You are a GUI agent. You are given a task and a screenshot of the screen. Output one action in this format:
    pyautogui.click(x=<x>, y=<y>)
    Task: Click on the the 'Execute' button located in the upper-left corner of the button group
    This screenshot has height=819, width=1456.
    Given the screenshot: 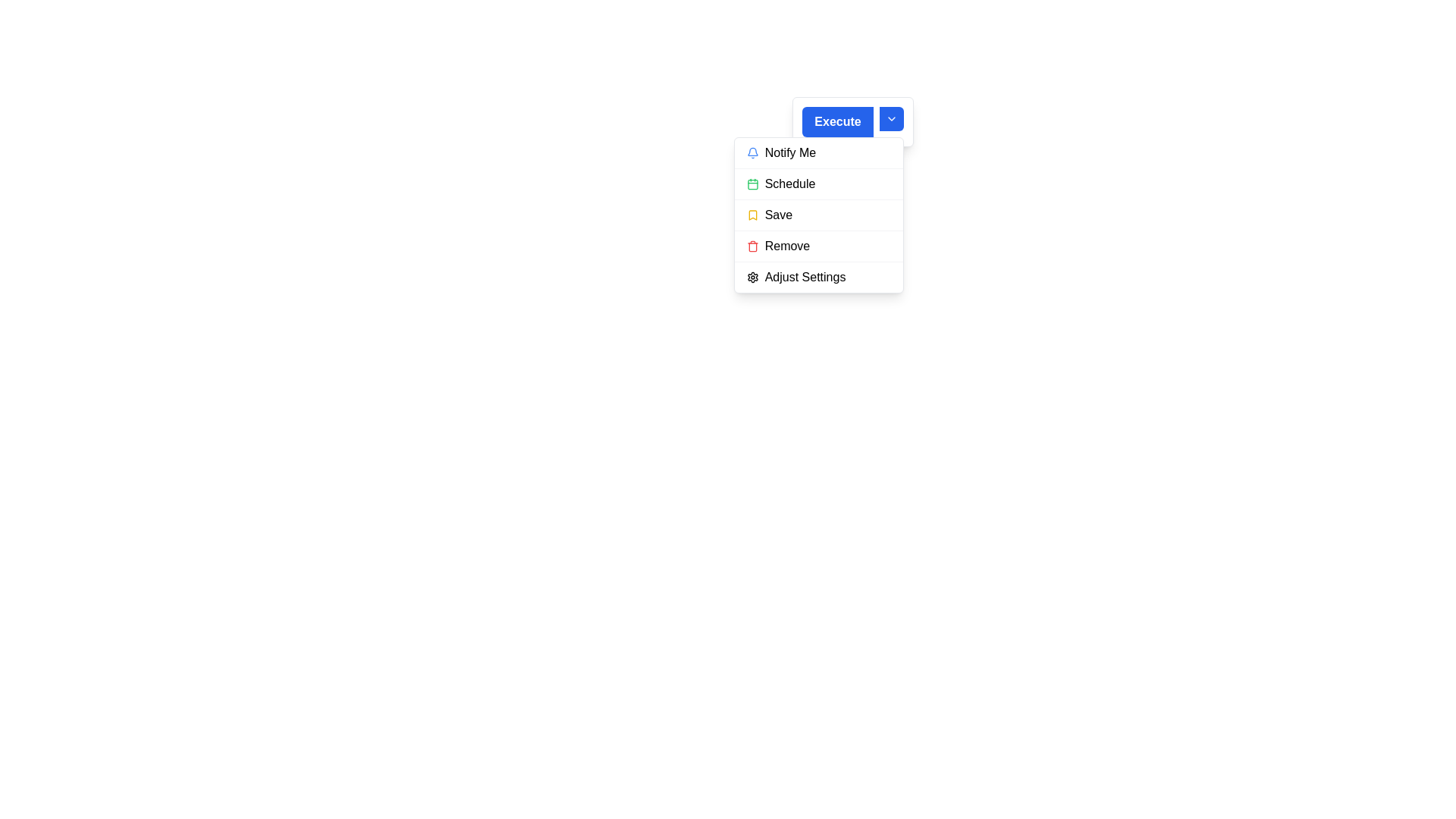 What is the action you would take?
    pyautogui.click(x=836, y=121)
    